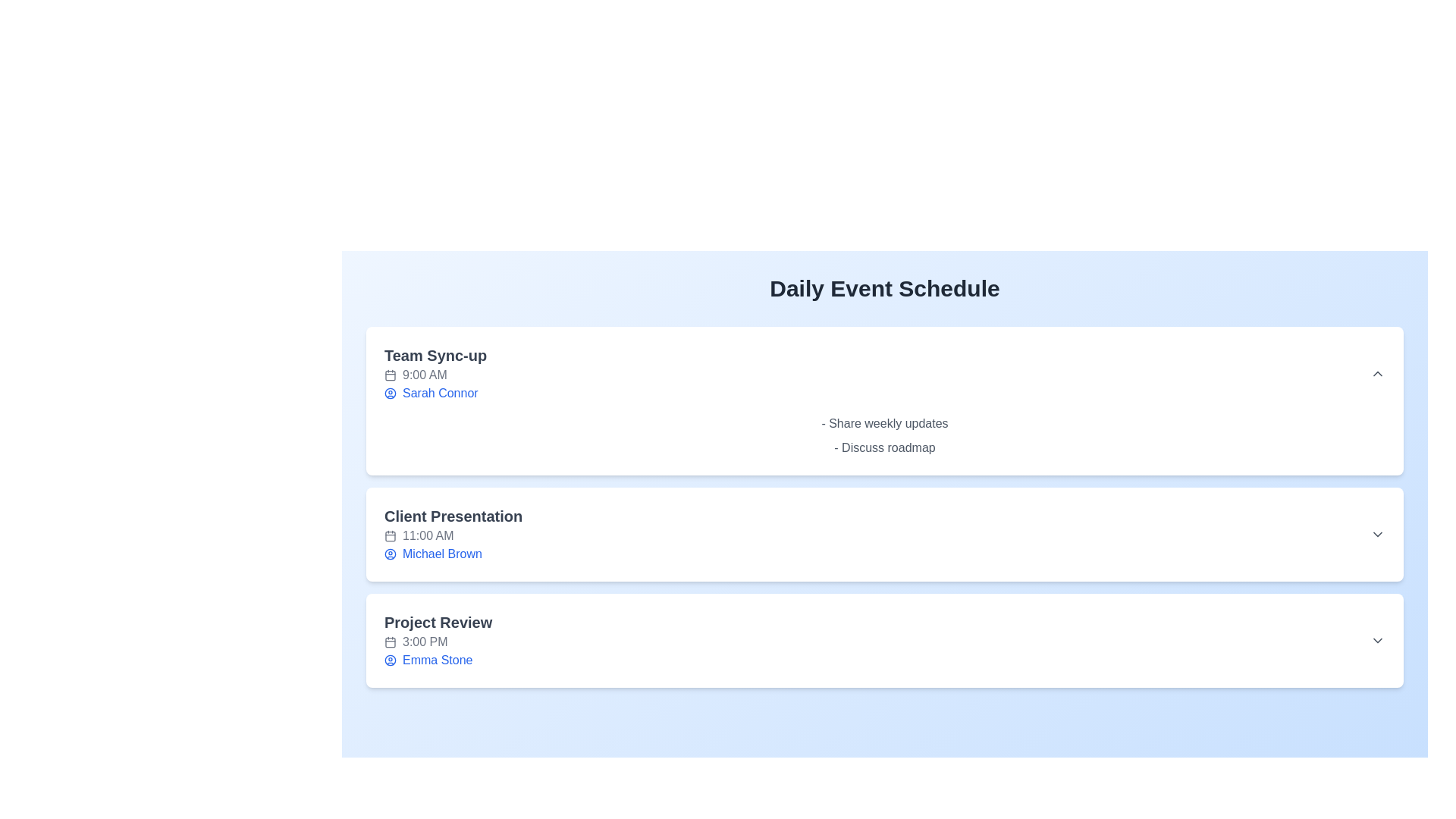 Image resolution: width=1456 pixels, height=819 pixels. Describe the element at coordinates (438, 640) in the screenshot. I see `the Information Display Block that shows details of the scheduled event for 'Project Review' under 'Daily Event Schedule'` at that location.